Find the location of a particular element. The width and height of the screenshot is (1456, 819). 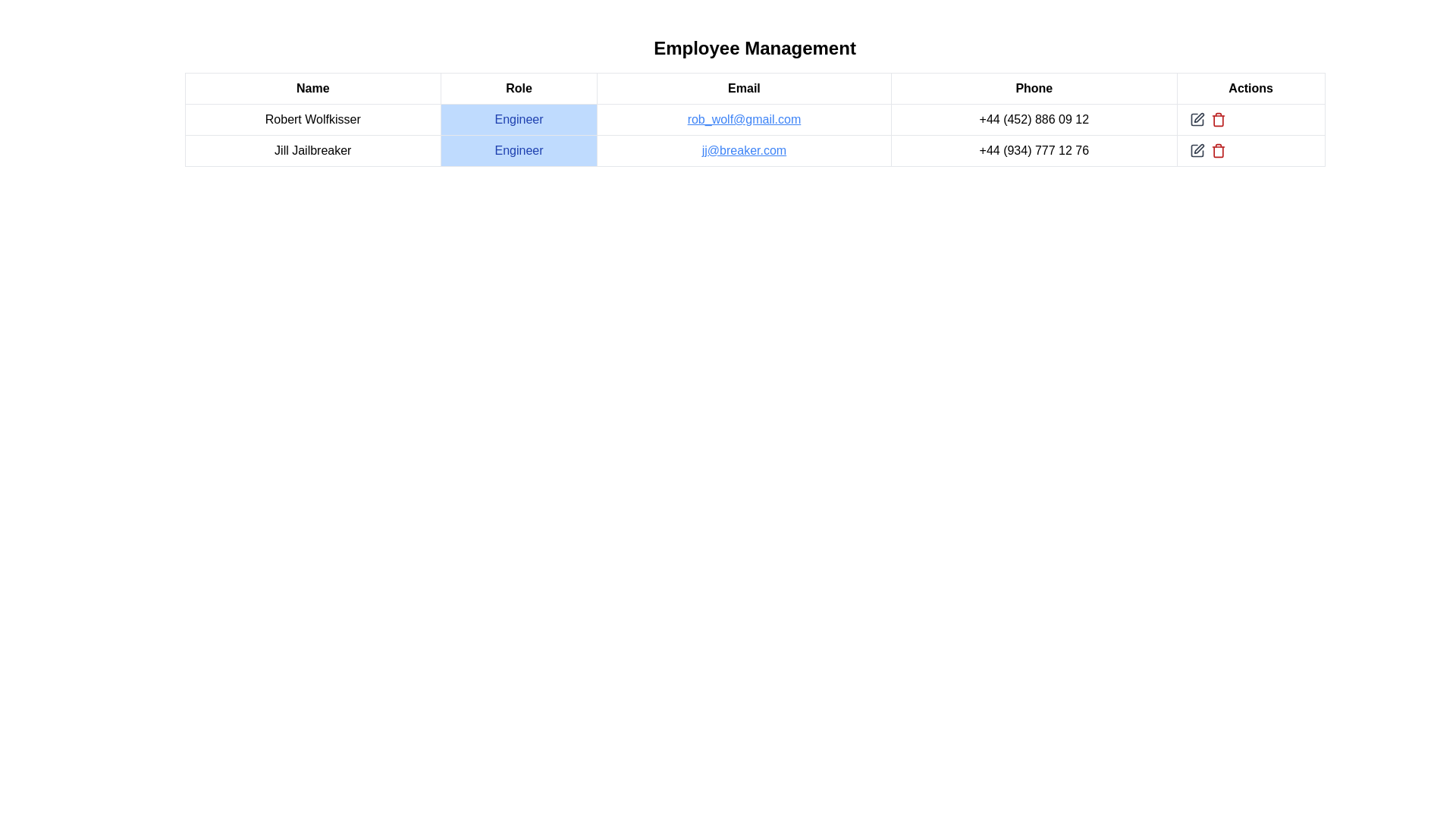

the 'Role' text label in the header row of the table, which is bold and center-aligned, located in the second column between 'Name' and 'Email' is located at coordinates (519, 88).